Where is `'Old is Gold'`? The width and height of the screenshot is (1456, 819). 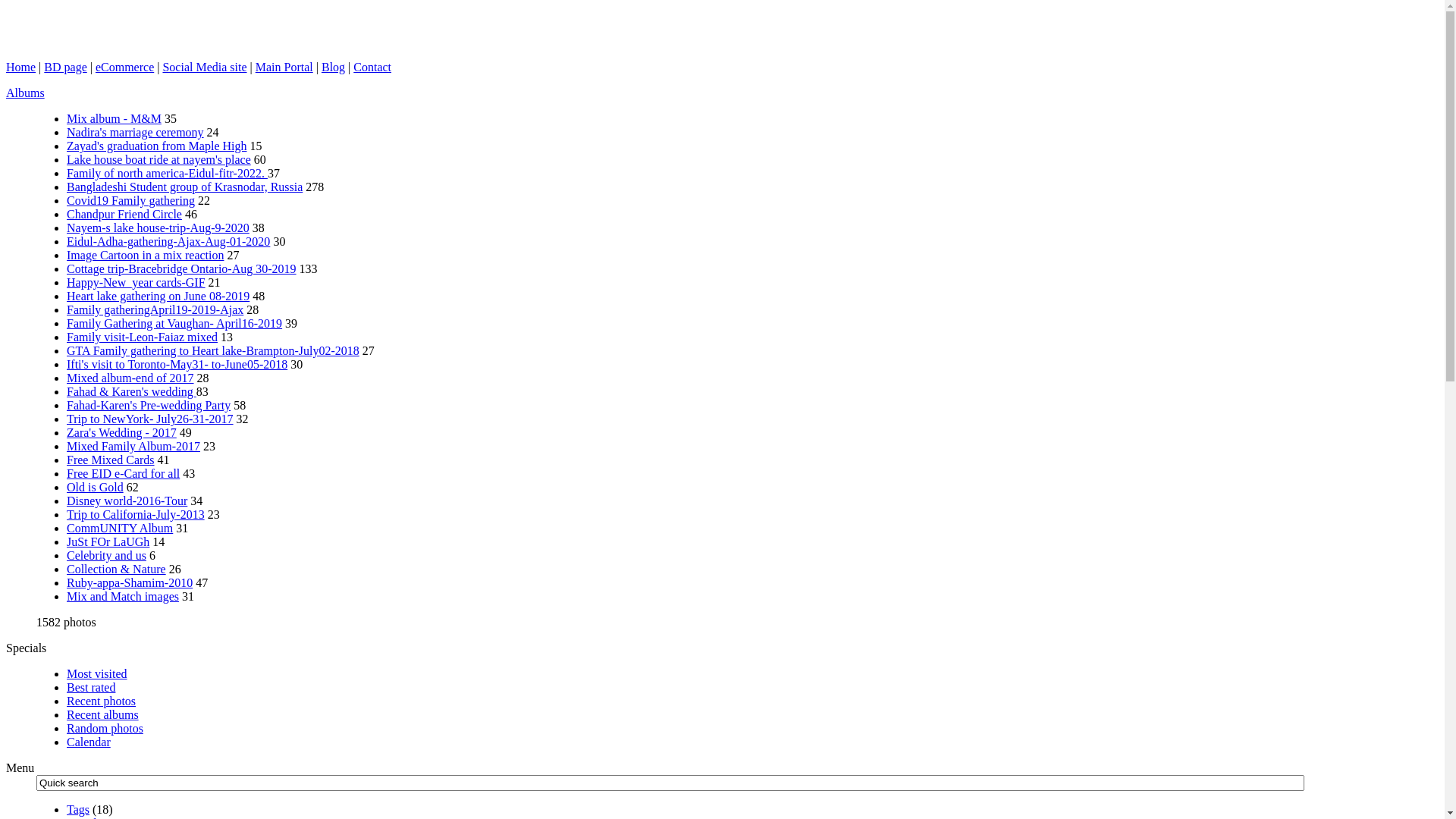 'Old is Gold' is located at coordinates (94, 487).